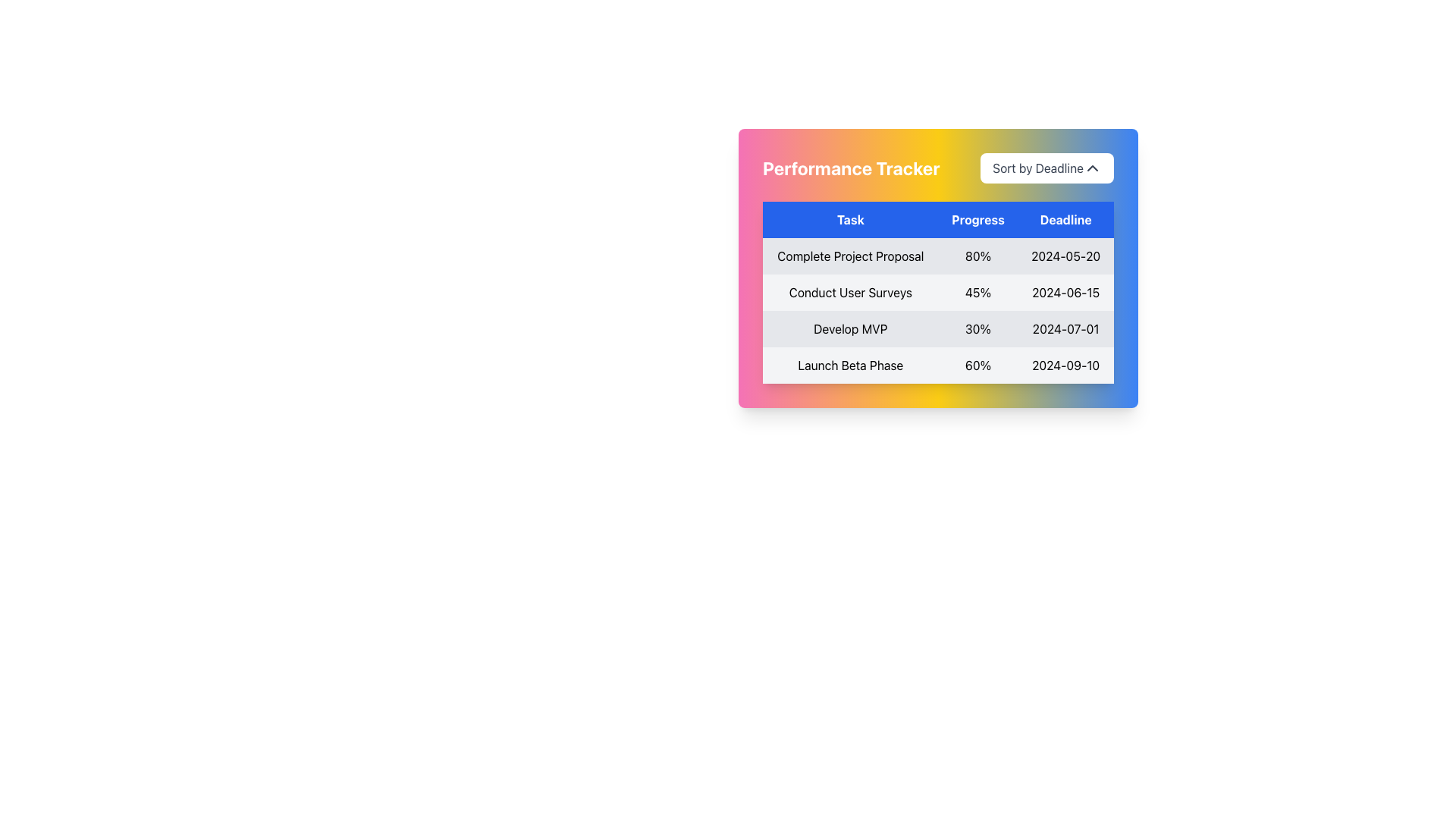 The height and width of the screenshot is (819, 1456). What do you see at coordinates (978, 366) in the screenshot?
I see `the text label displaying '60%' in bold, black font on a light grey background, located in the second column of the last row of the 'Performance Tracker' card` at bounding box center [978, 366].